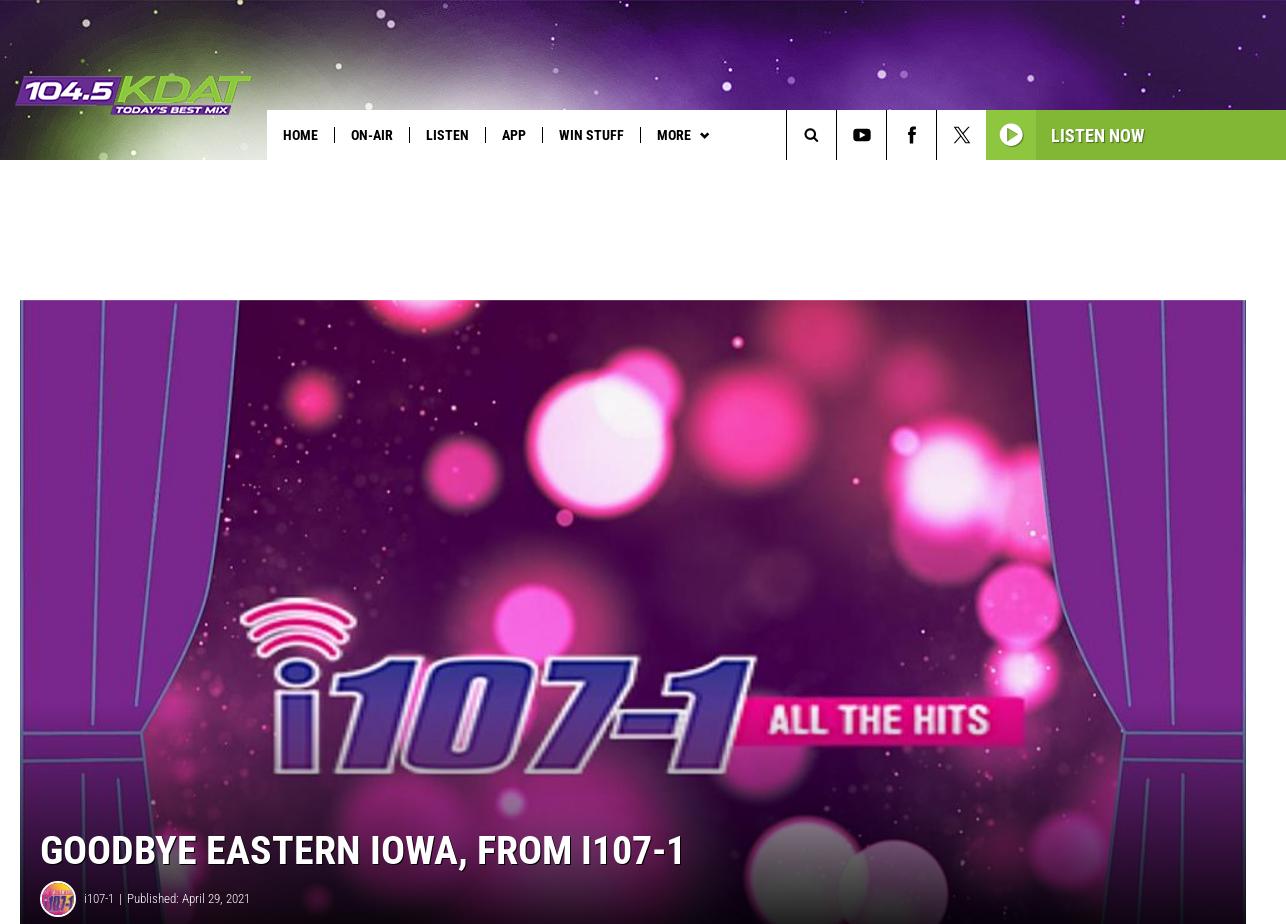 Image resolution: width=1286 pixels, height=924 pixels. I want to click on 'Home', so click(300, 134).